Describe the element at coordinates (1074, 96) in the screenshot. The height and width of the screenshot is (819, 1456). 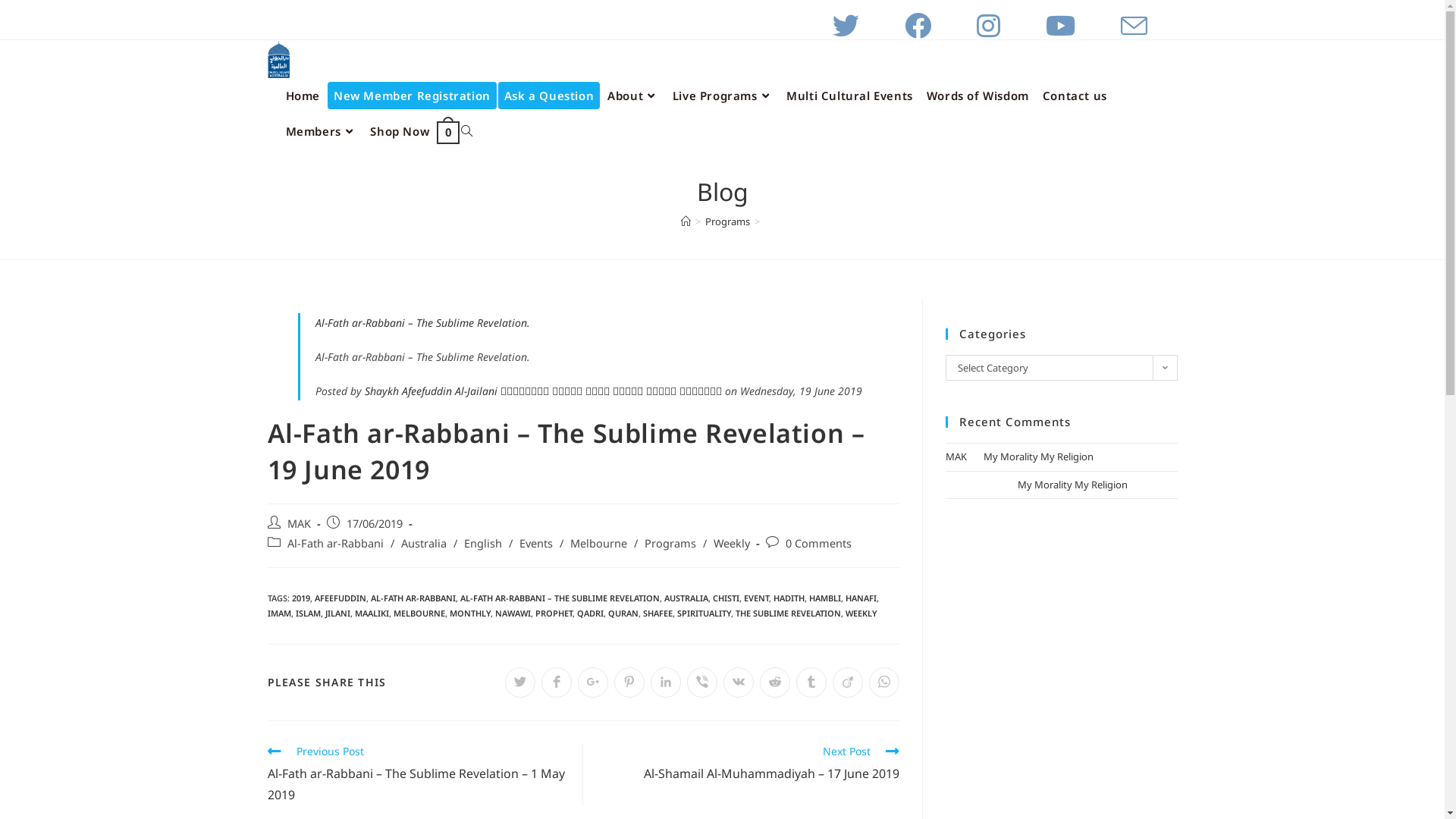
I see `'Contact us'` at that location.